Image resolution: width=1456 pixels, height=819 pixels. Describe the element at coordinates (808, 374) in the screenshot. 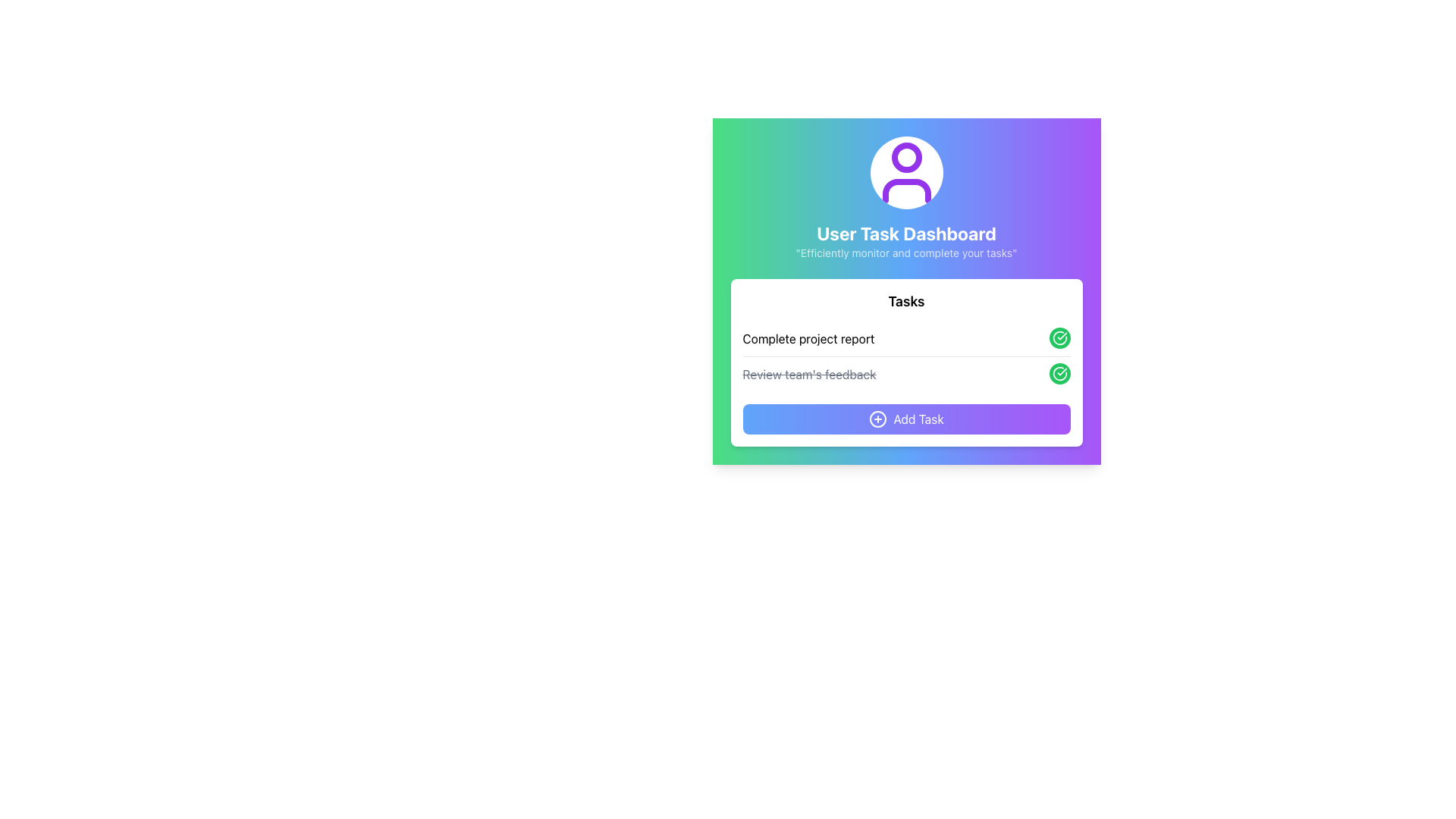

I see `text of the completed task label located below 'Complete project report' in the task list, which has a strikethrough styling` at that location.